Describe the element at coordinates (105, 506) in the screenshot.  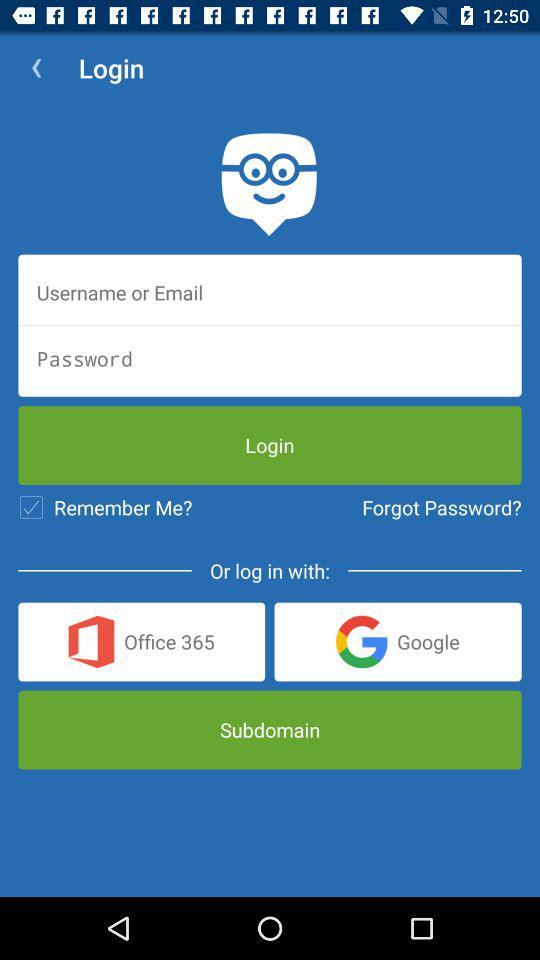
I see `the item next to the forgot password? icon` at that location.